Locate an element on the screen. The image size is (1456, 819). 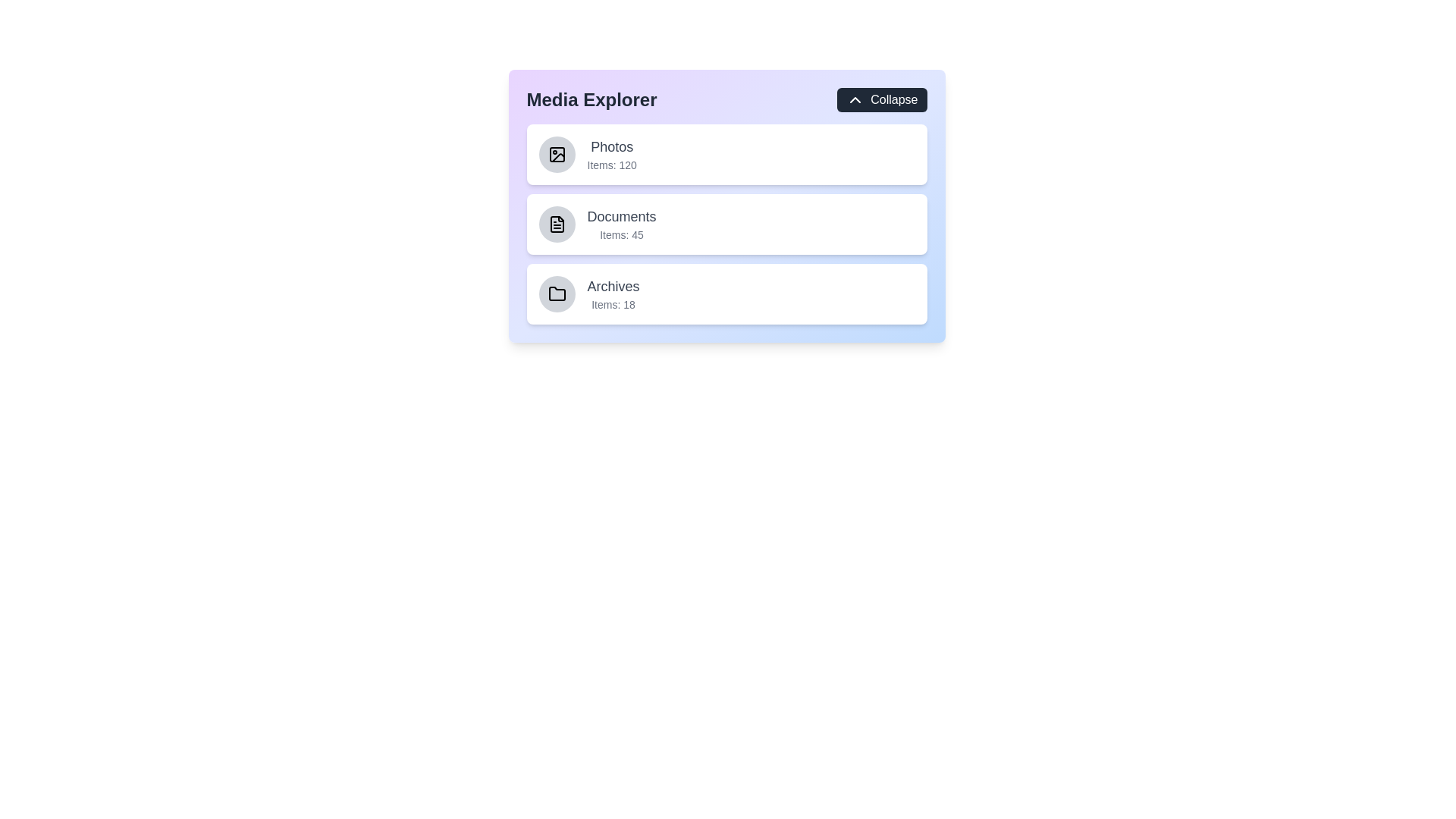
the icon representing the Photos category is located at coordinates (556, 155).